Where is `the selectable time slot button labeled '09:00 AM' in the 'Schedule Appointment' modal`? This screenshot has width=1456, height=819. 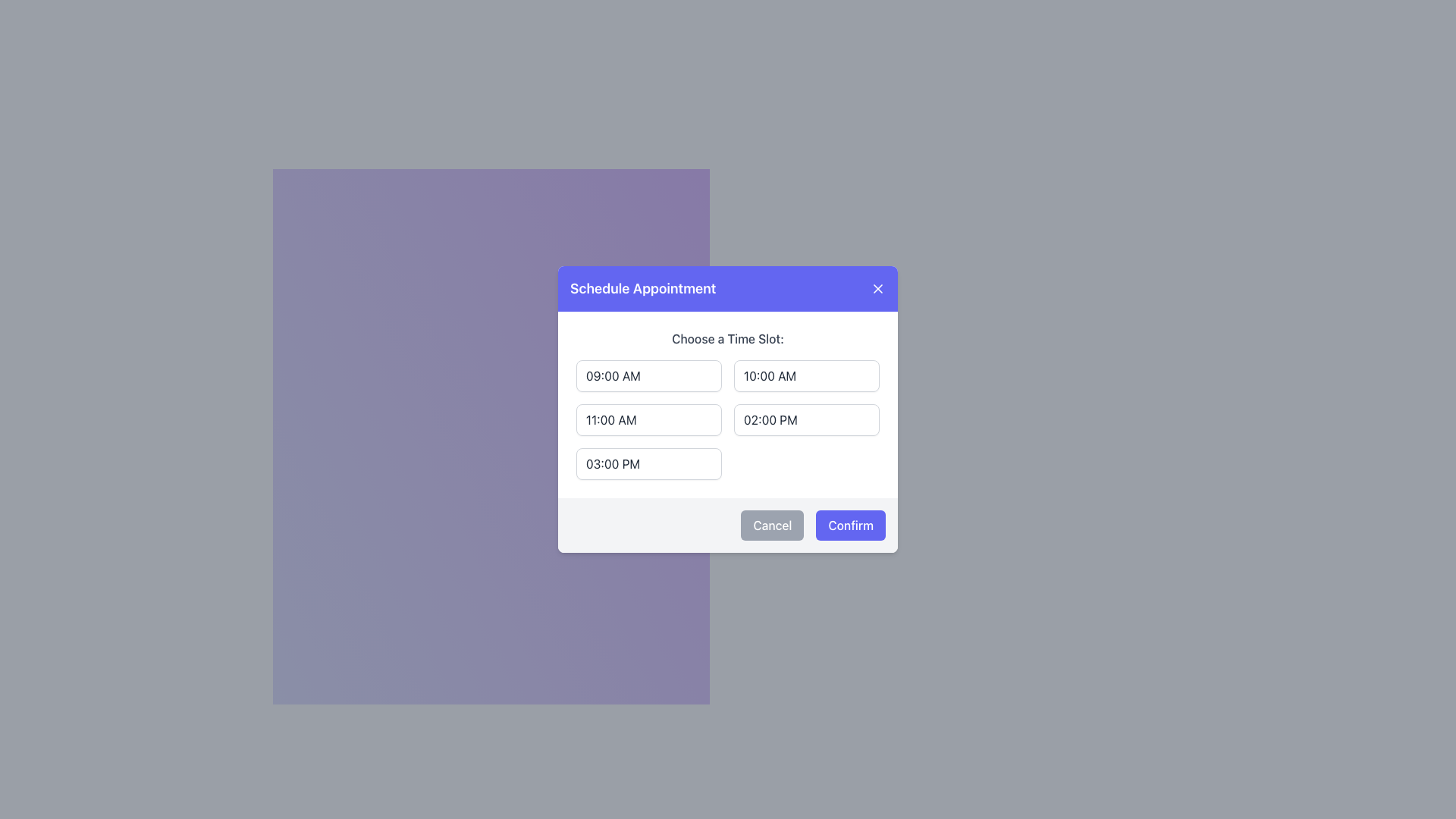
the selectable time slot button labeled '09:00 AM' in the 'Schedule Appointment' modal is located at coordinates (613, 375).